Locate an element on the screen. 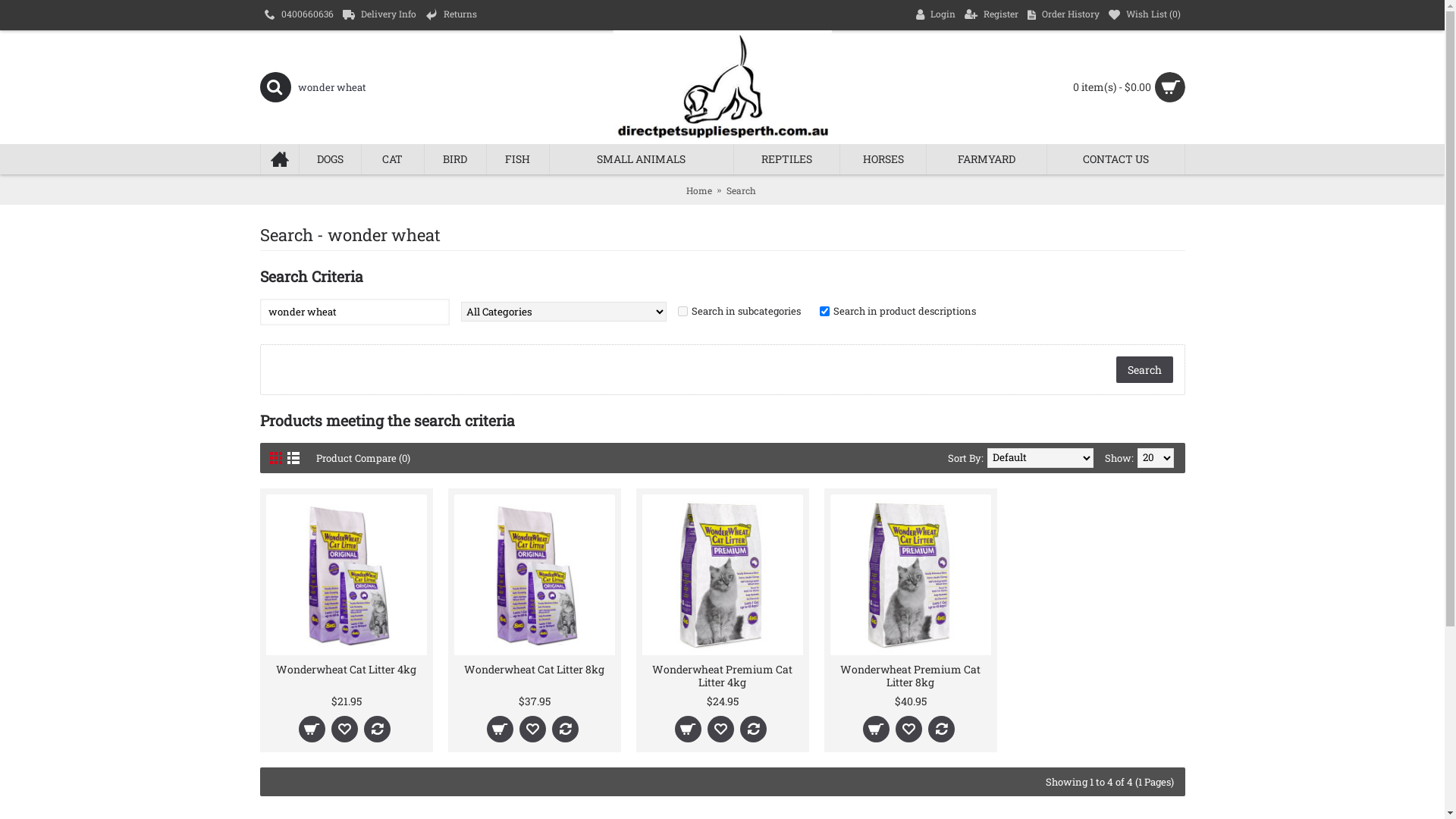  'Wonderwheat Premium Cat Litter 4kg' is located at coordinates (641, 575).